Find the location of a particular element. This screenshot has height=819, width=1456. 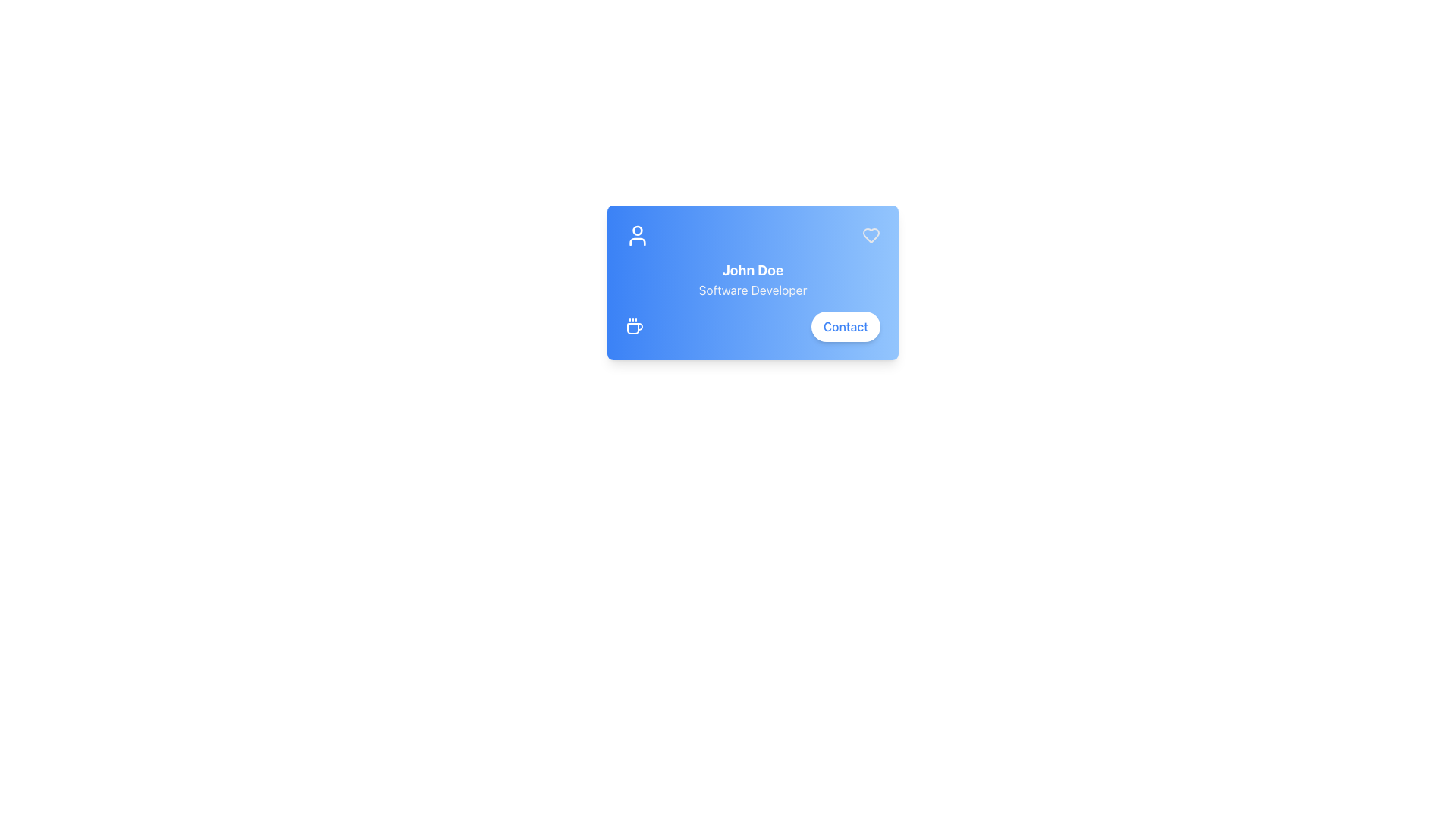

the icon located within the blue panel on the left side of the card, positioned below the user icon, which represents additional features related to coffee breaks or user preferences is located at coordinates (634, 326).